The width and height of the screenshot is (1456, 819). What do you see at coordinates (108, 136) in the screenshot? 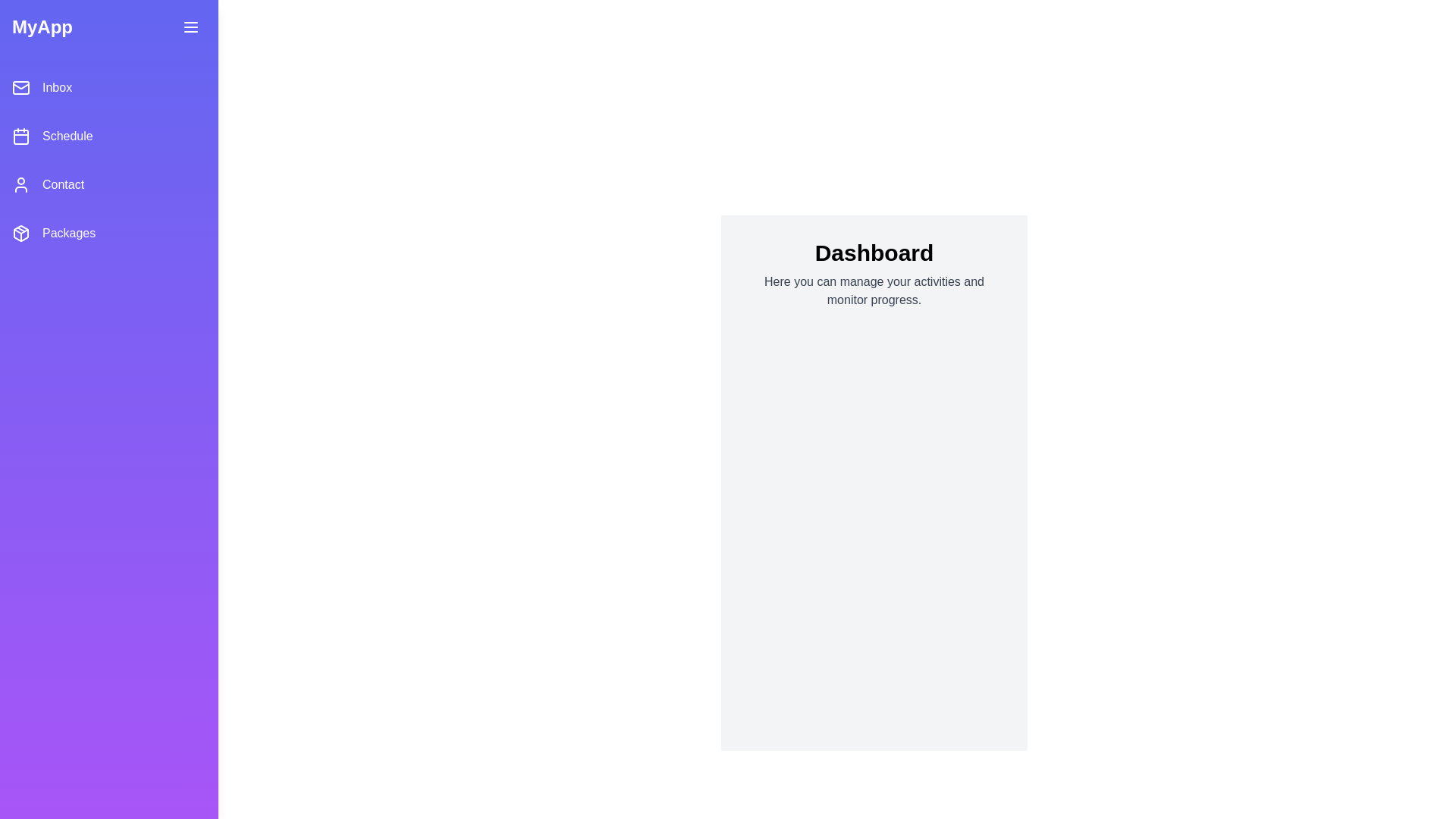
I see `the menu item labeled Schedule to navigate to the corresponding section` at bounding box center [108, 136].